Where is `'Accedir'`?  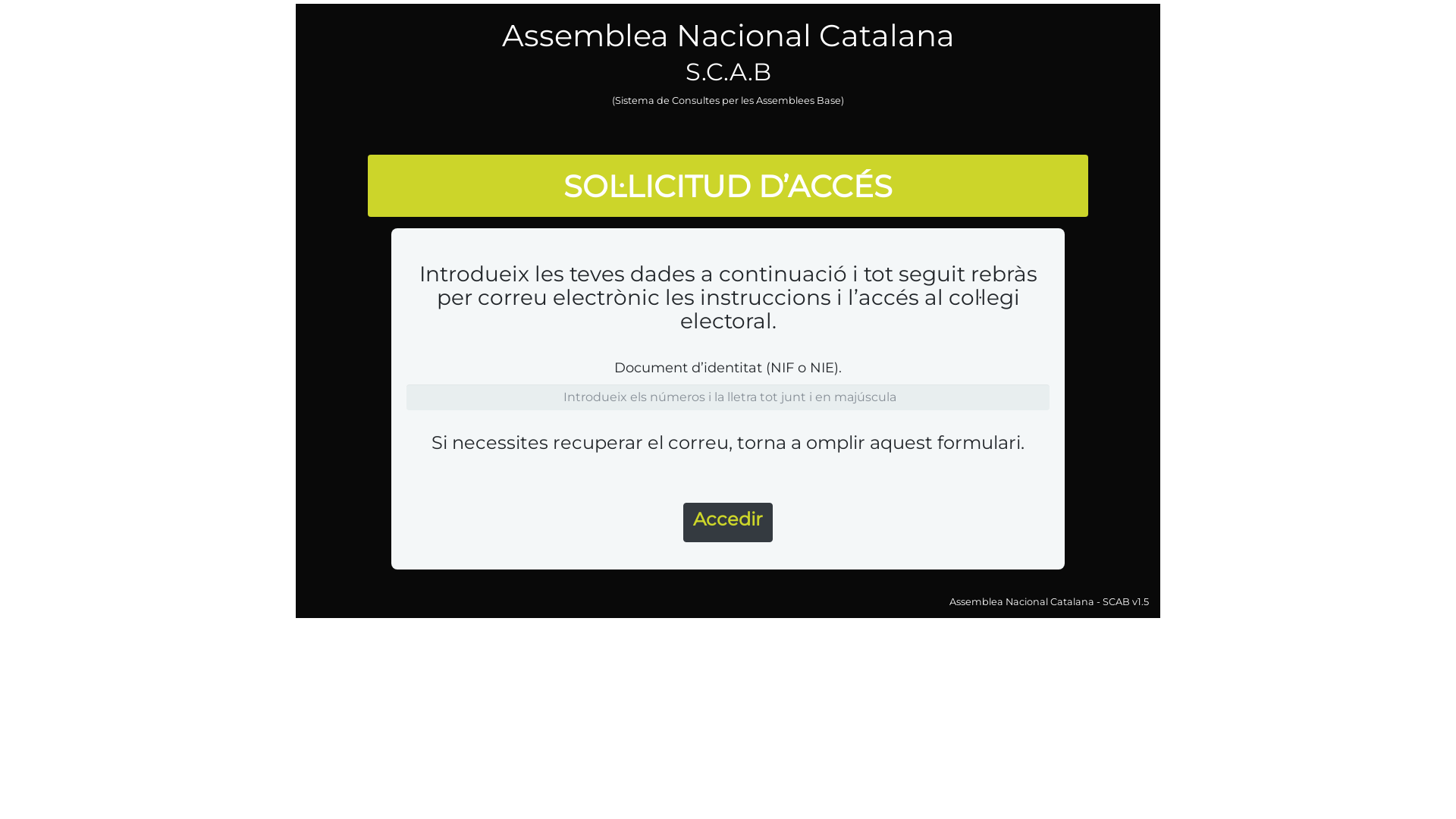
'Accedir' is located at coordinates (682, 522).